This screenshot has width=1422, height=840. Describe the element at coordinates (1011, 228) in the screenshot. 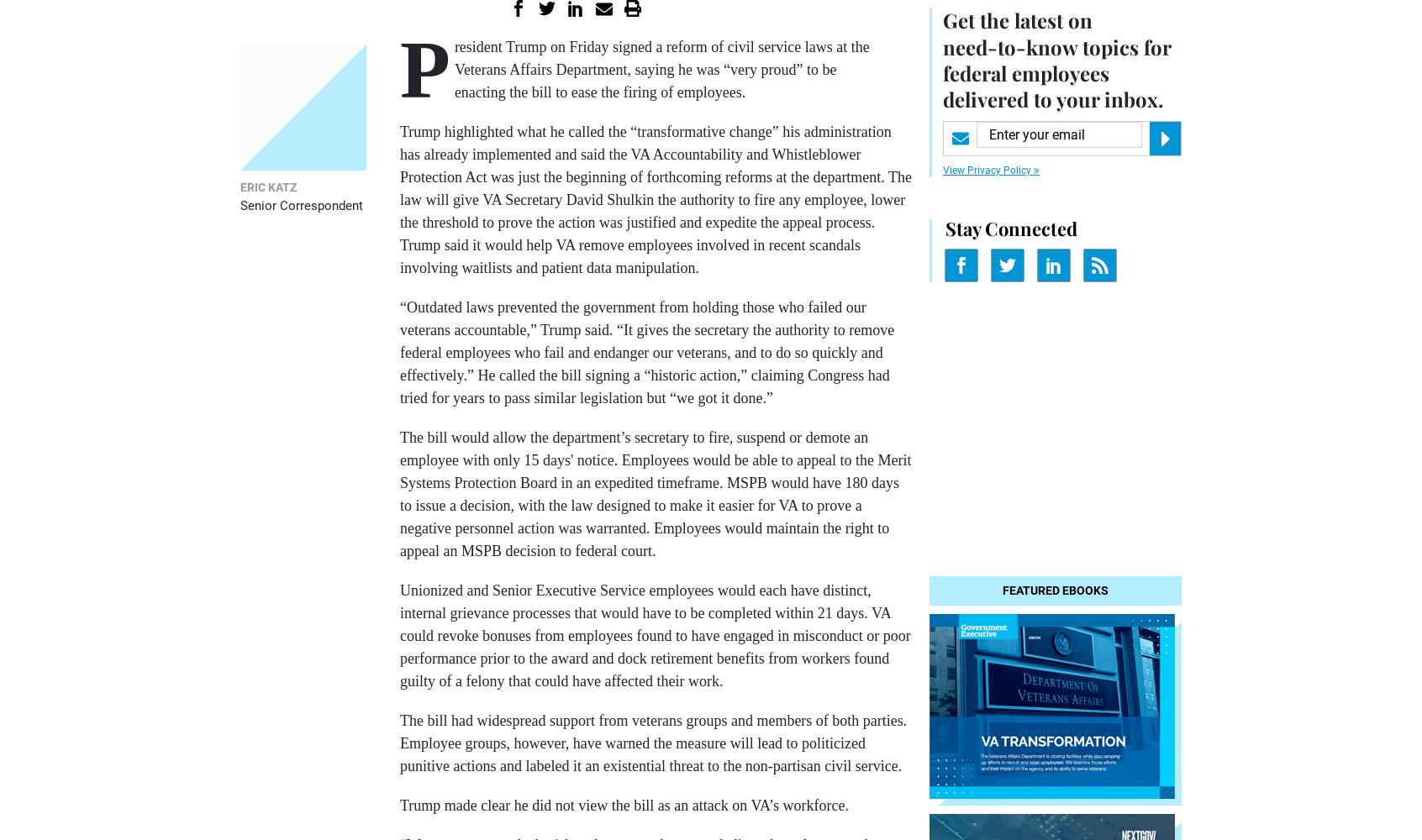

I see `'Stay Connected'` at that location.